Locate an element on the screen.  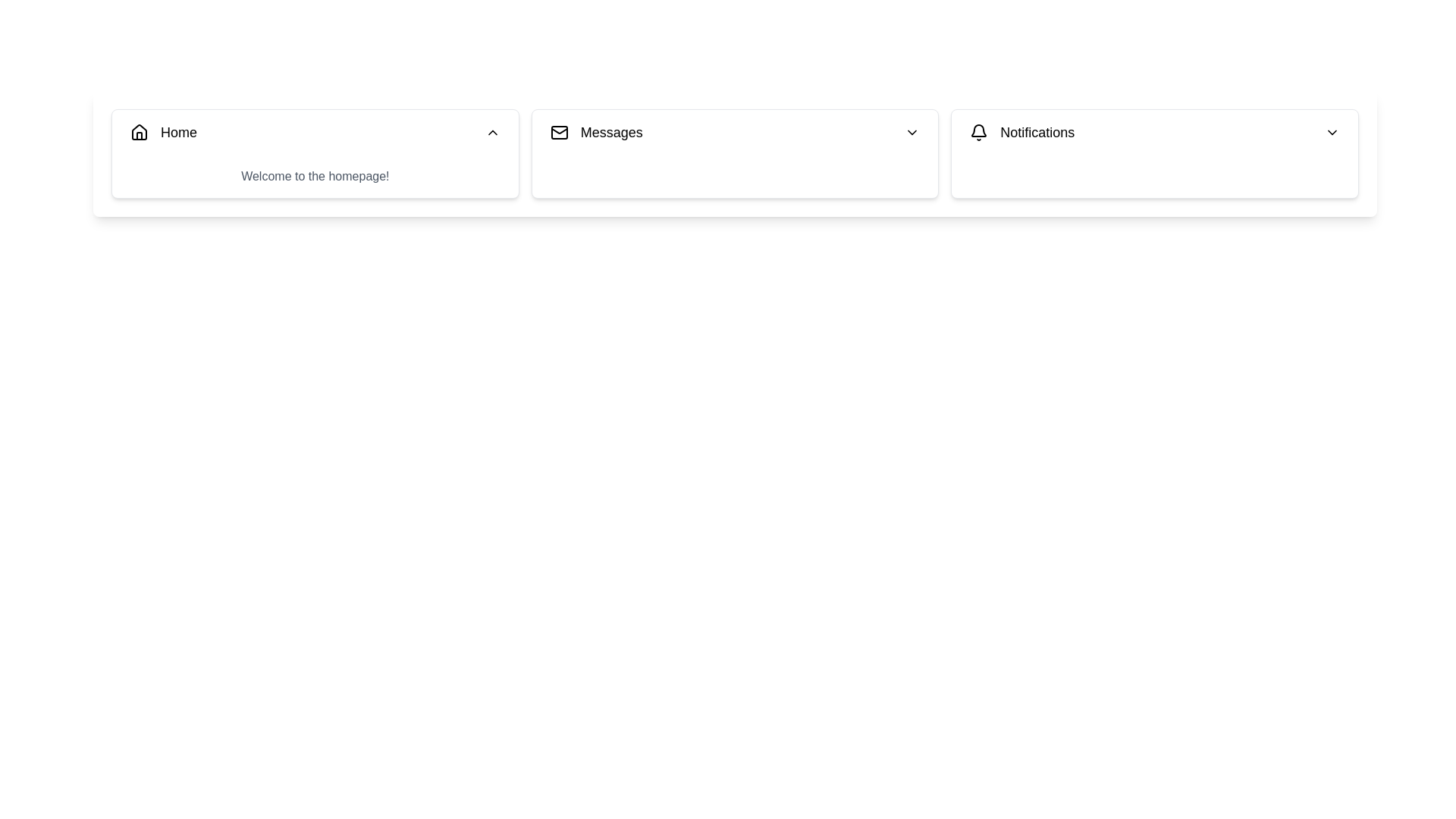
the Dropdown Menu Button located between 'Home' and 'Notifications' is located at coordinates (735, 131).